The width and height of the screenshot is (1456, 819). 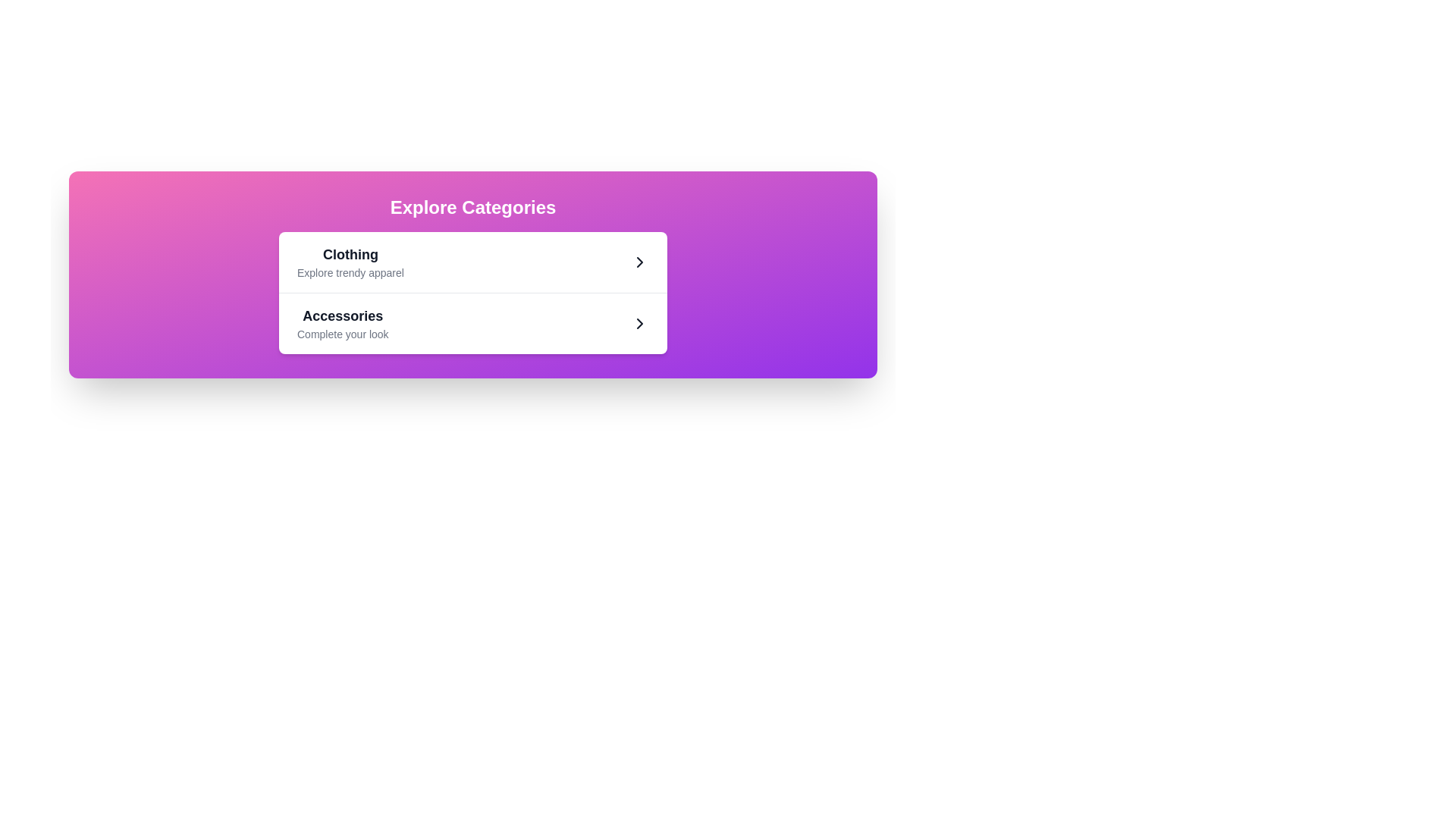 I want to click on the static text element containing the phrase 'Explore trendy apparel', which is styled in light gray and positioned below the title 'Clothing', so click(x=350, y=271).